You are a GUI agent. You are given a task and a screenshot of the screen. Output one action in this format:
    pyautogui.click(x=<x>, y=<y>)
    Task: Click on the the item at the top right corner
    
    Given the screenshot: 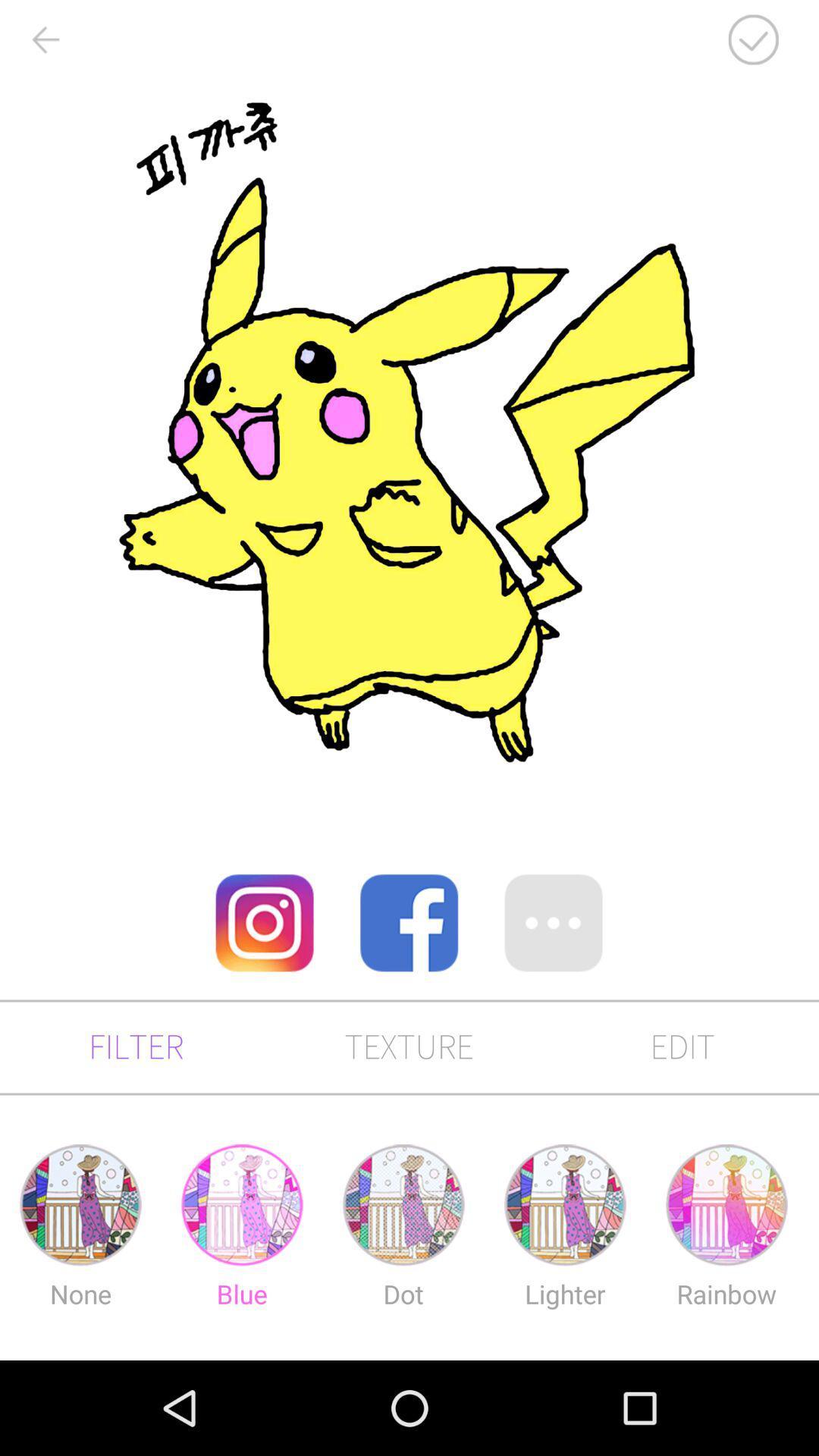 What is the action you would take?
    pyautogui.click(x=753, y=39)
    